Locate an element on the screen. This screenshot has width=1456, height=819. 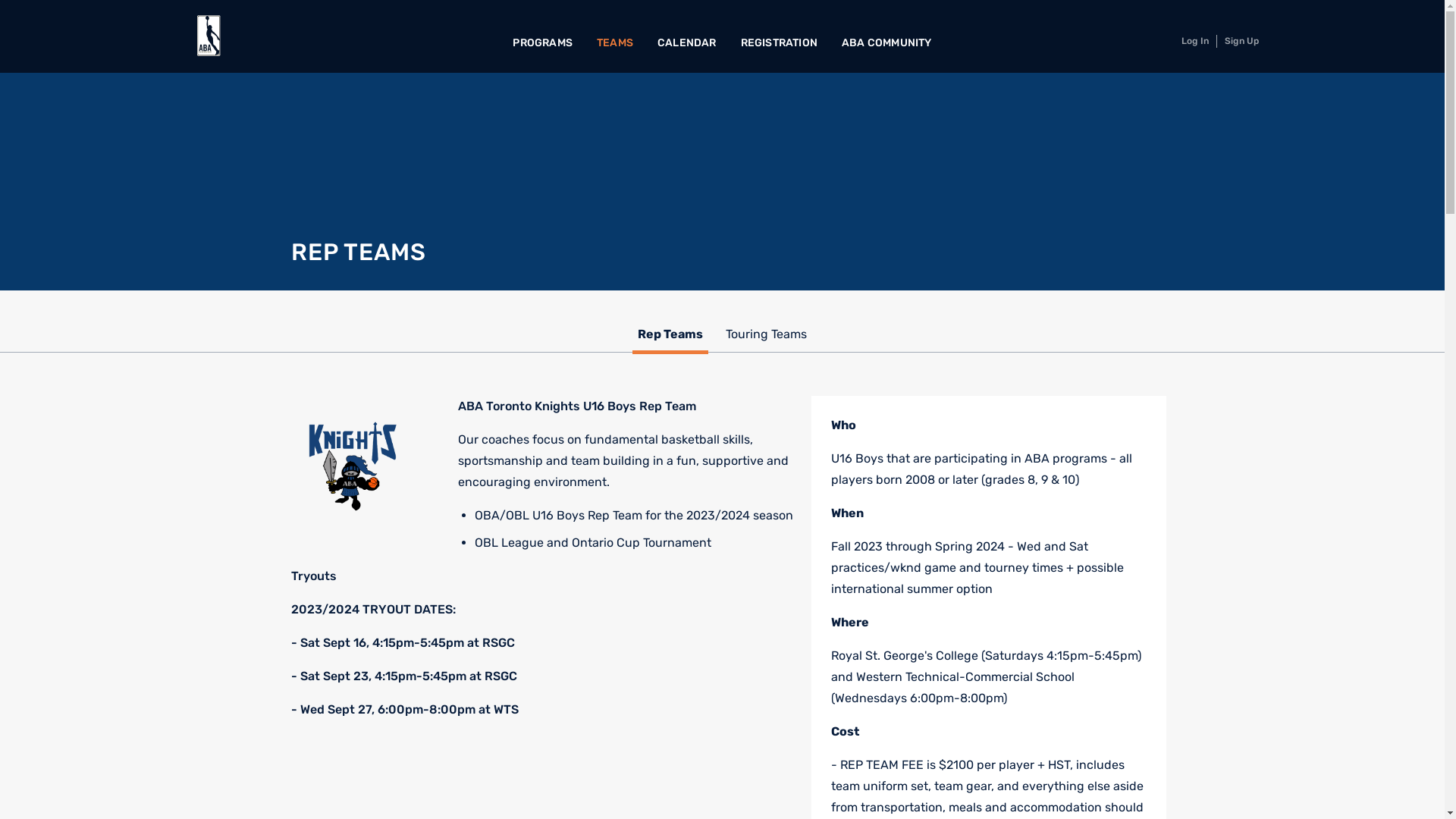
'ABA COMMUNITY' is located at coordinates (886, 42).